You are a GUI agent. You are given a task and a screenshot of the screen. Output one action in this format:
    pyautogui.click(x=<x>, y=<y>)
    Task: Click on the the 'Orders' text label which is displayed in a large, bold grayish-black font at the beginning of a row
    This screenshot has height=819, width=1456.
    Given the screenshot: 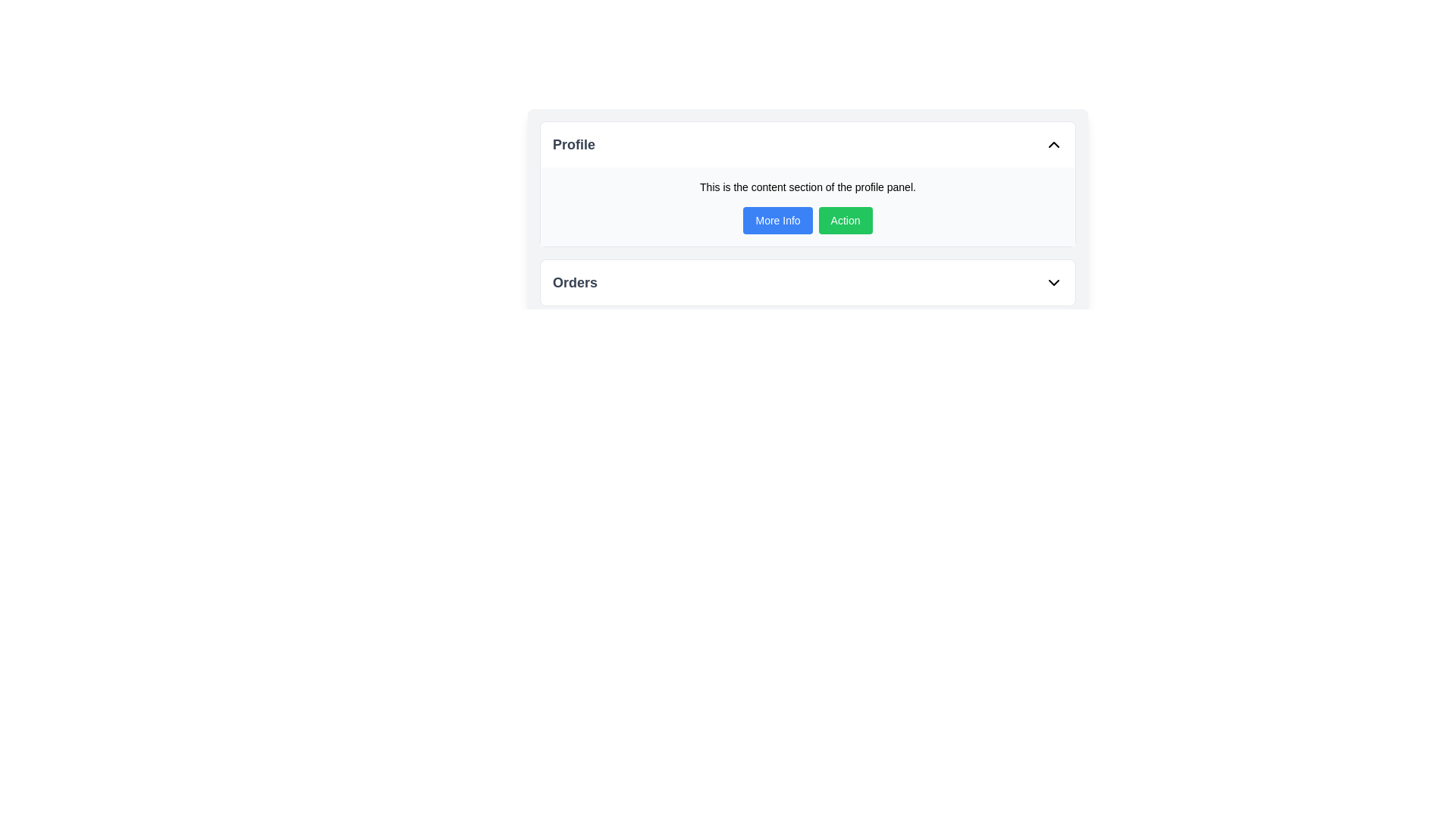 What is the action you would take?
    pyautogui.click(x=574, y=283)
    